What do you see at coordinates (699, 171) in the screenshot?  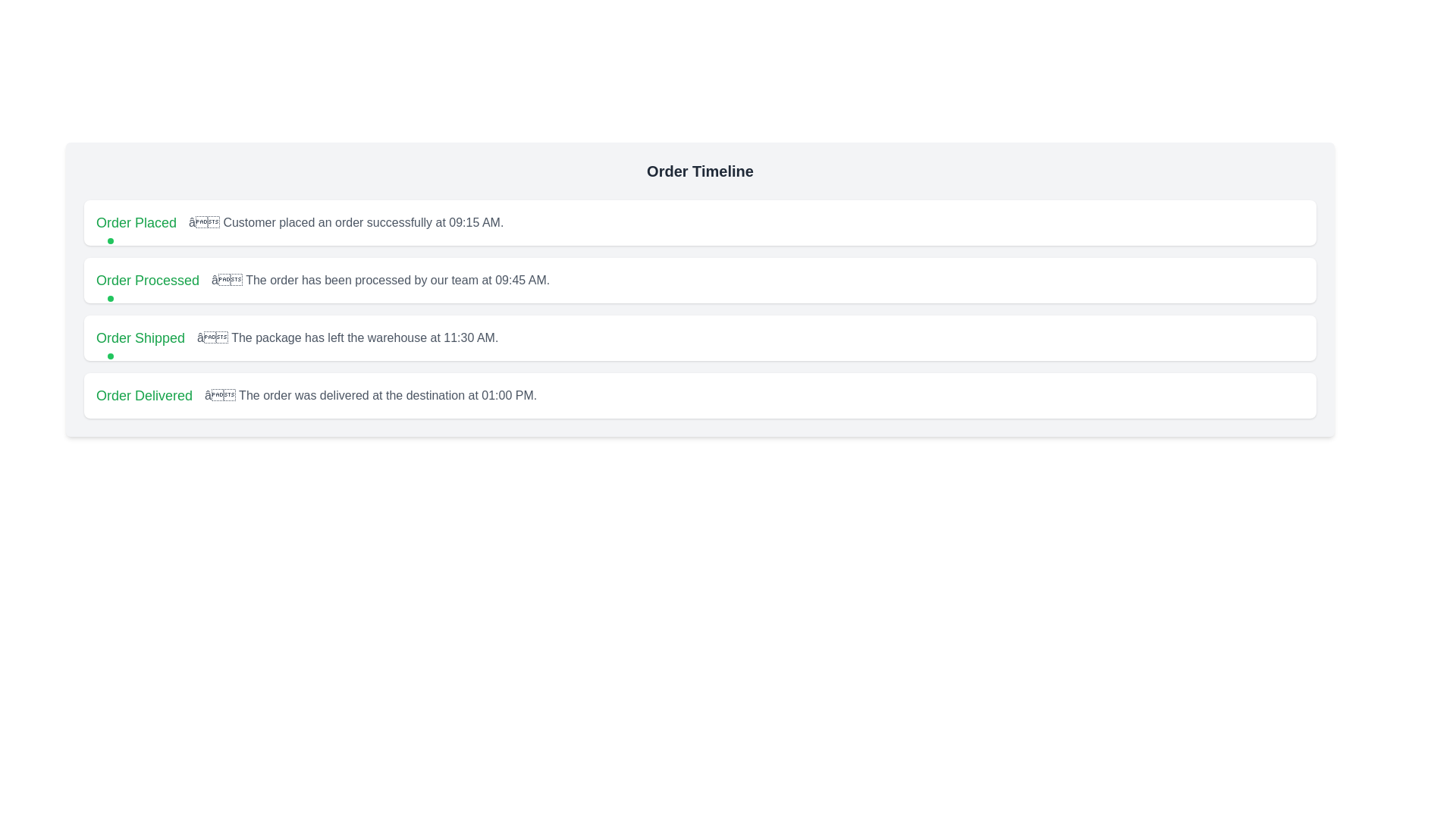 I see `the Header text that serves as a title for the order timeline section, located at the top of the panel and spanning the full width of the panel` at bounding box center [699, 171].